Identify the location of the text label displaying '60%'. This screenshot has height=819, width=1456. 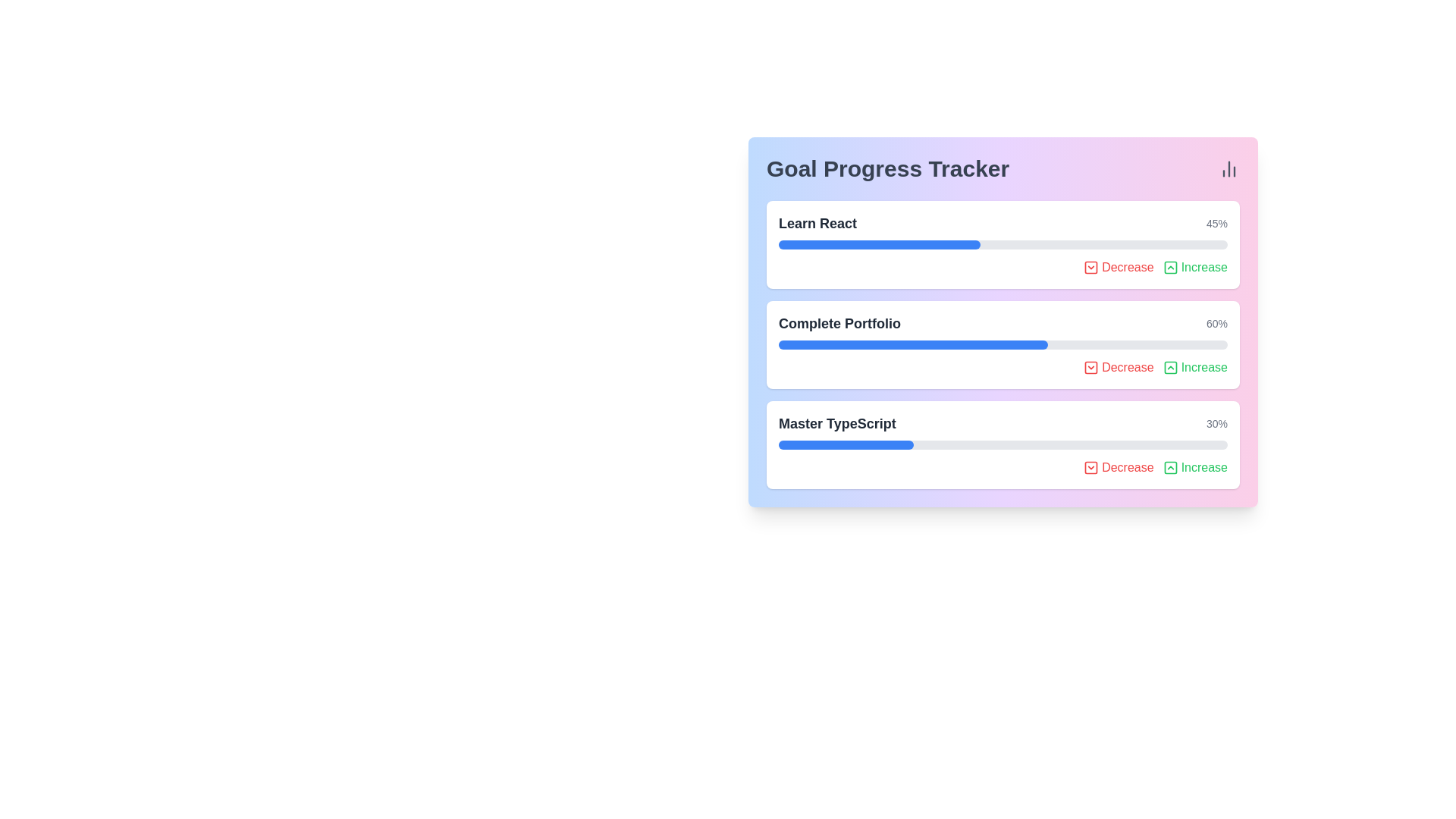
(1216, 323).